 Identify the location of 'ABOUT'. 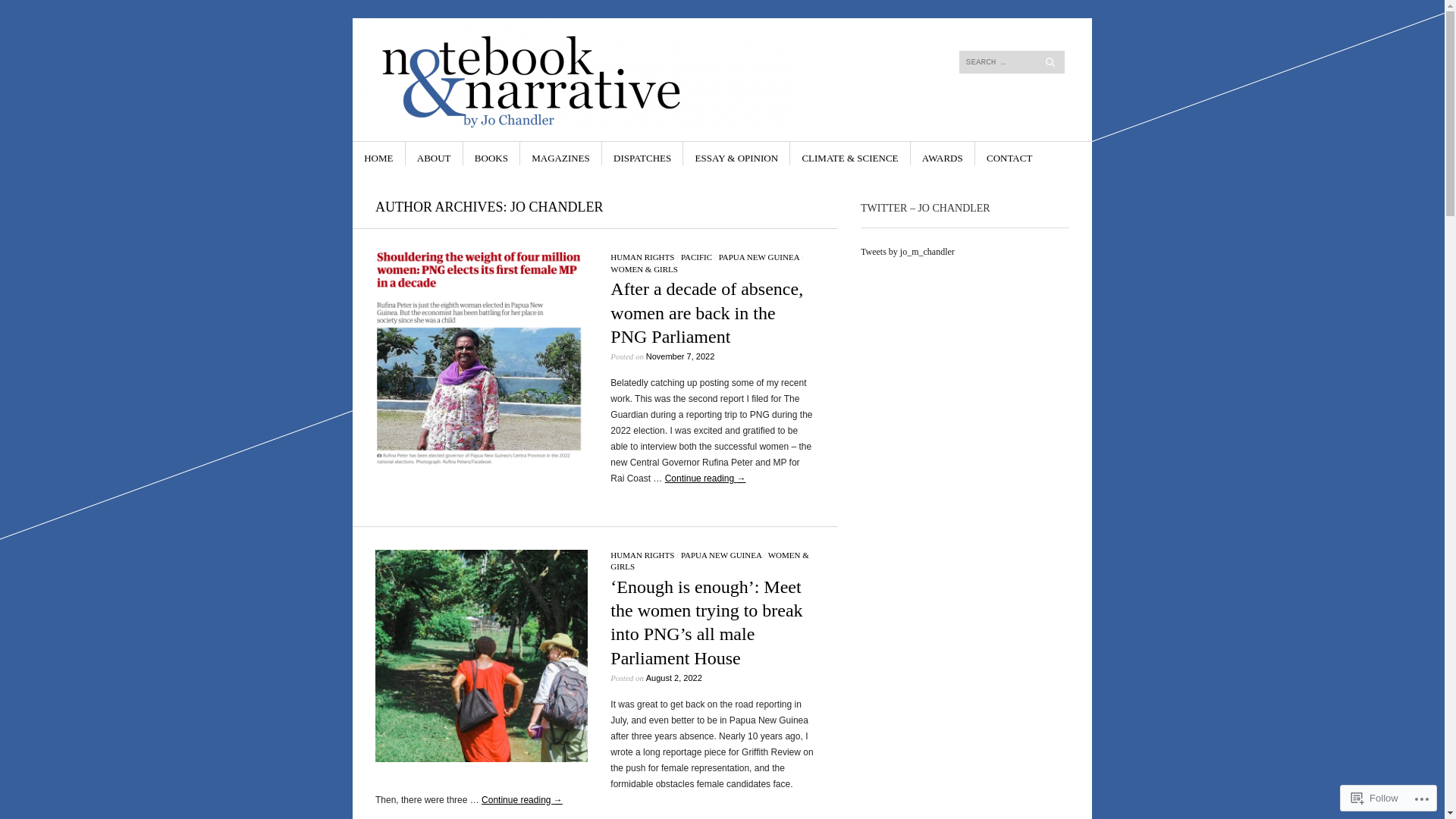
(433, 153).